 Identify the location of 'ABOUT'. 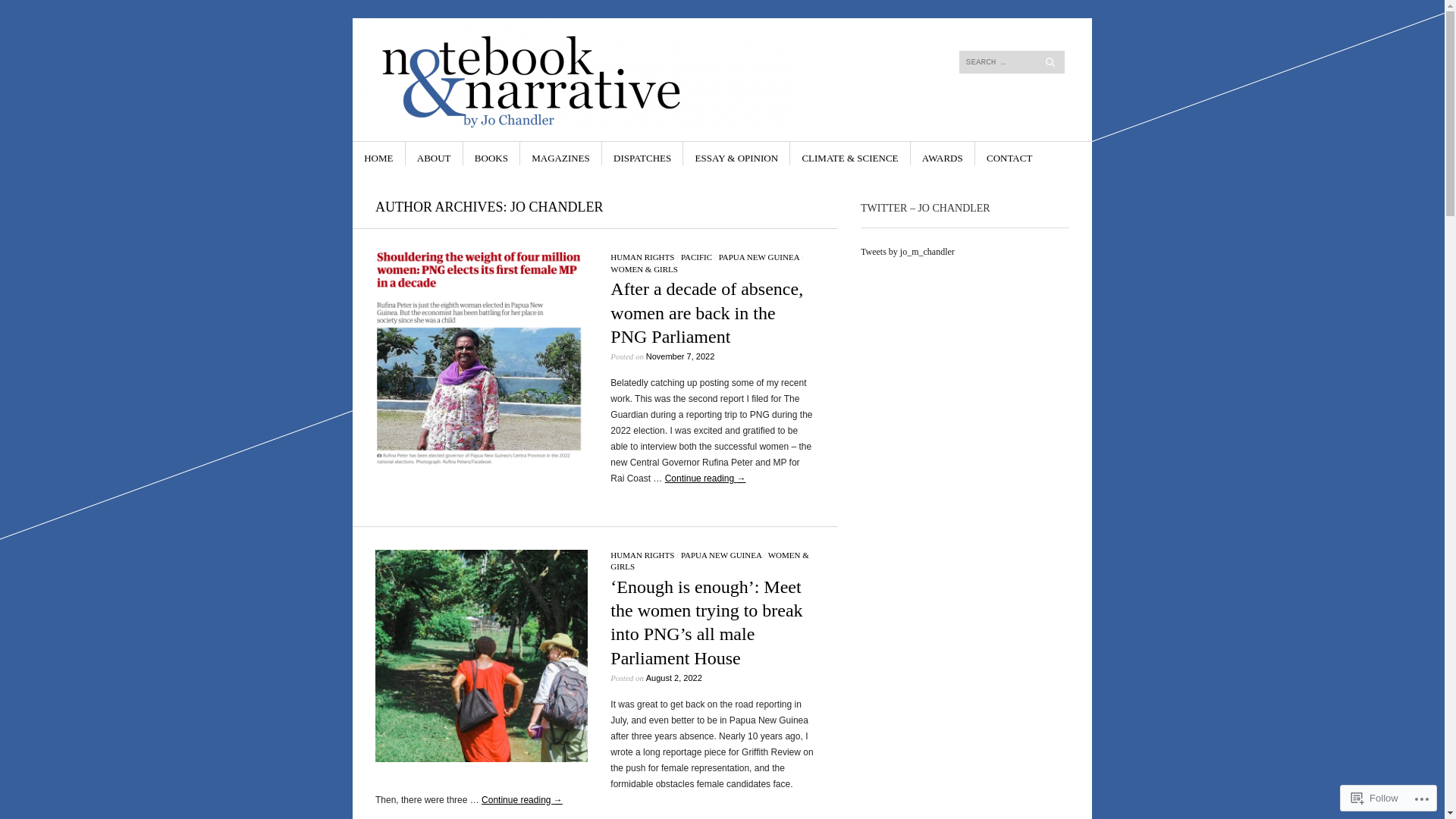
(433, 153).